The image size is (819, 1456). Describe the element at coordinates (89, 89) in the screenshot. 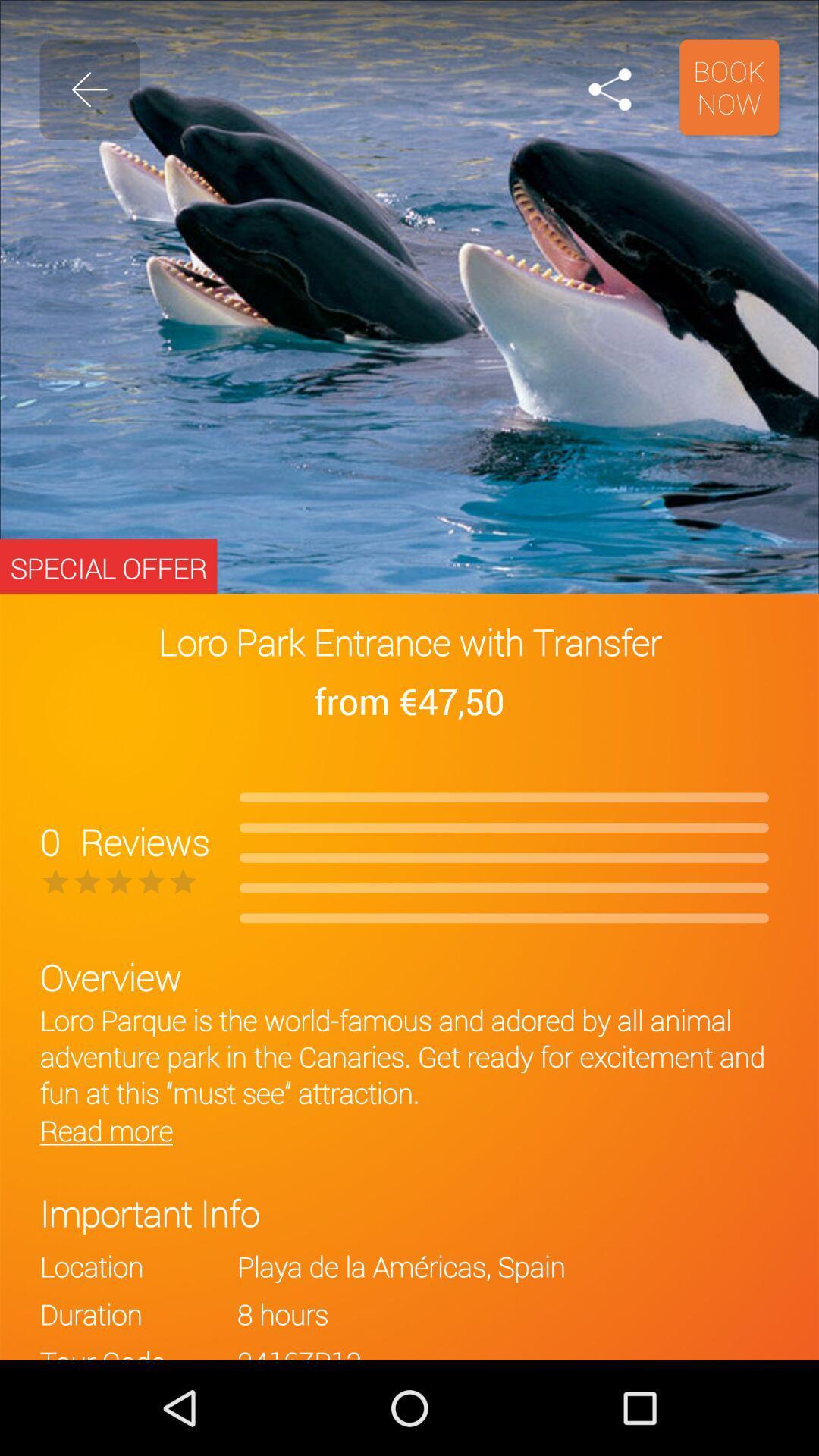

I see `the arrow_backward icon` at that location.